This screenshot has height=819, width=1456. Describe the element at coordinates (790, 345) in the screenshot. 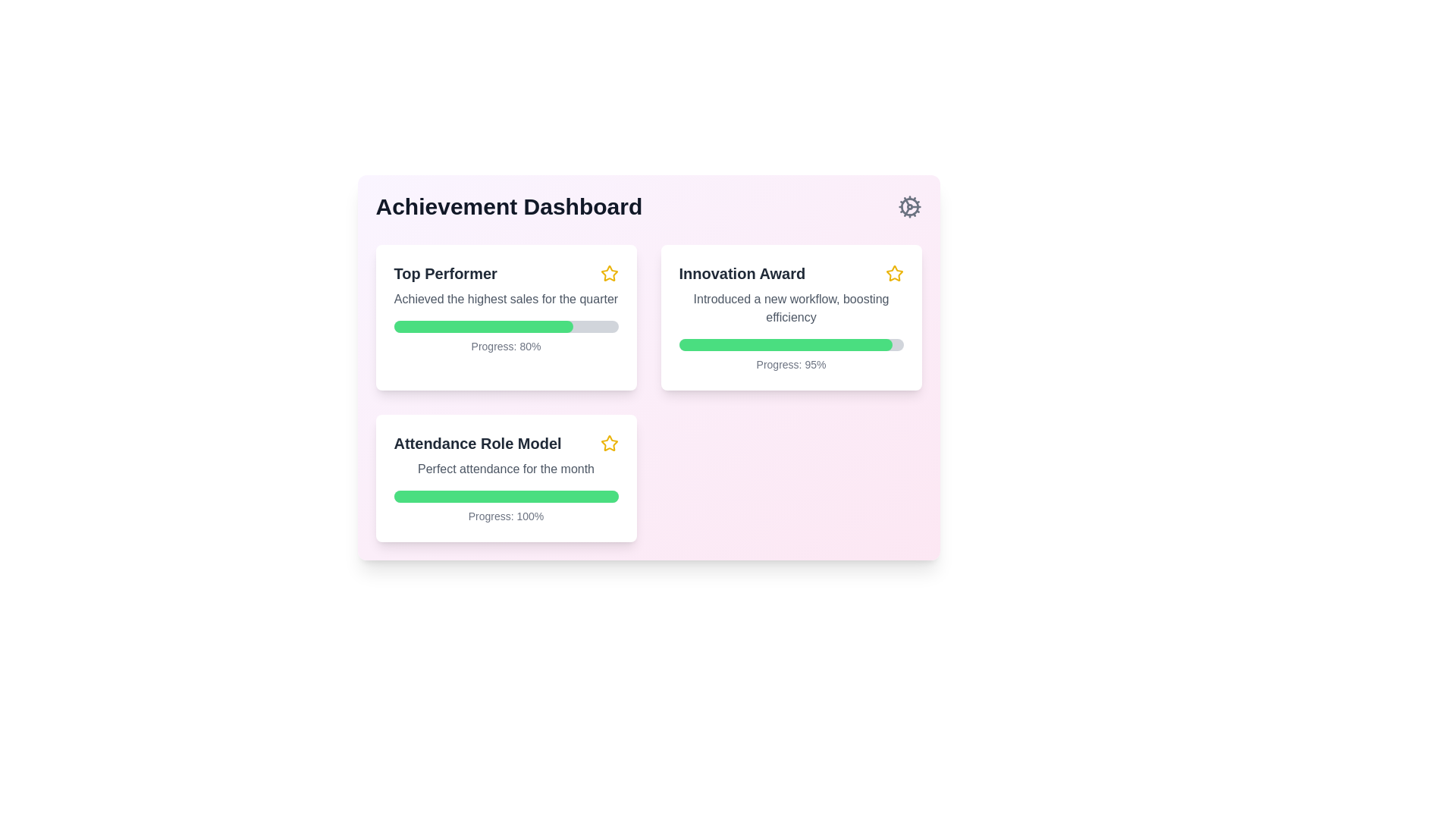

I see `the Progress bar representing the 'Innovation Award' achievement, which visually indicates a completion percentage of 95%` at that location.